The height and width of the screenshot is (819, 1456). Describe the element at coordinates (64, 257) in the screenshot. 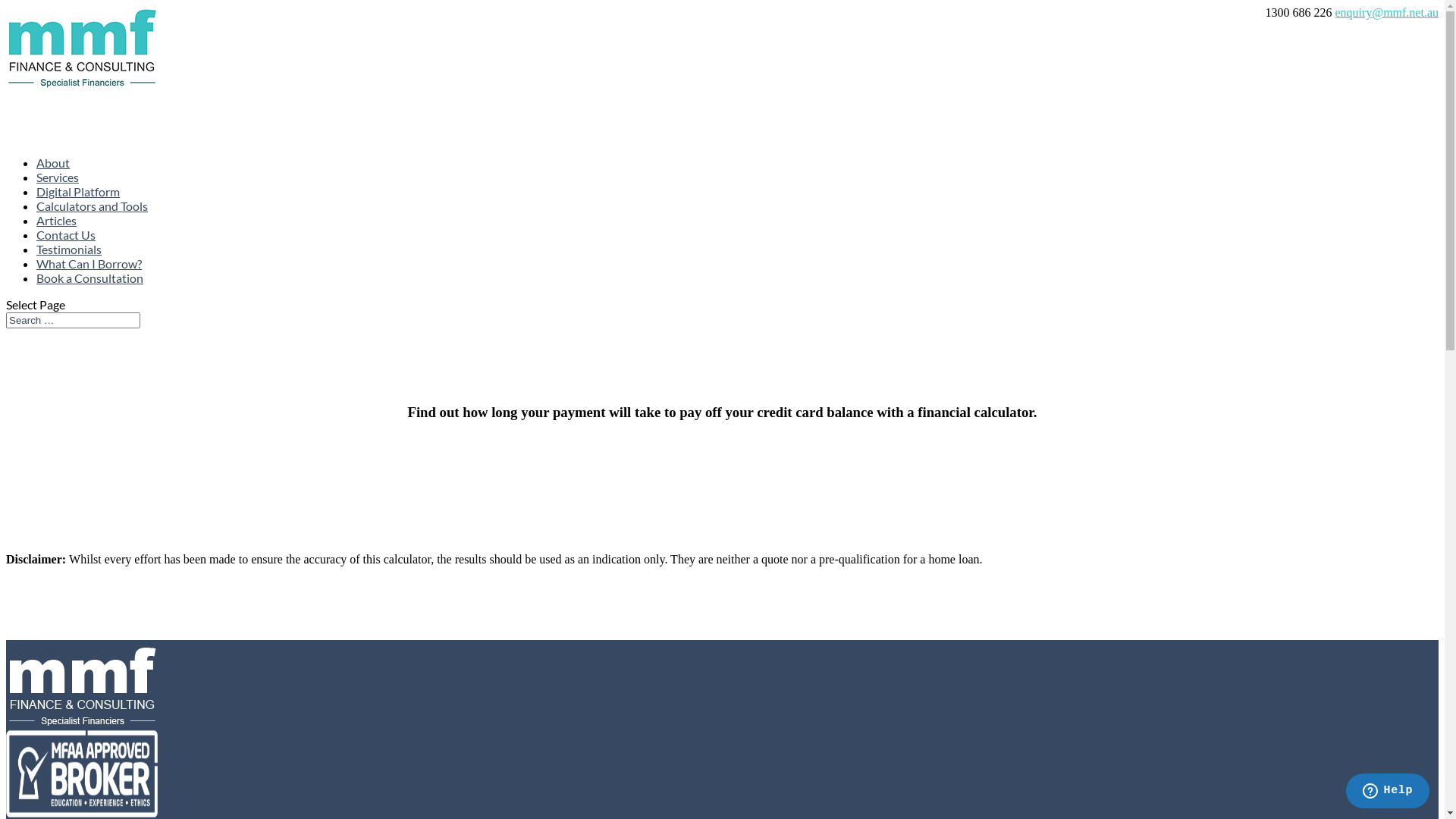

I see `'Contact Us'` at that location.